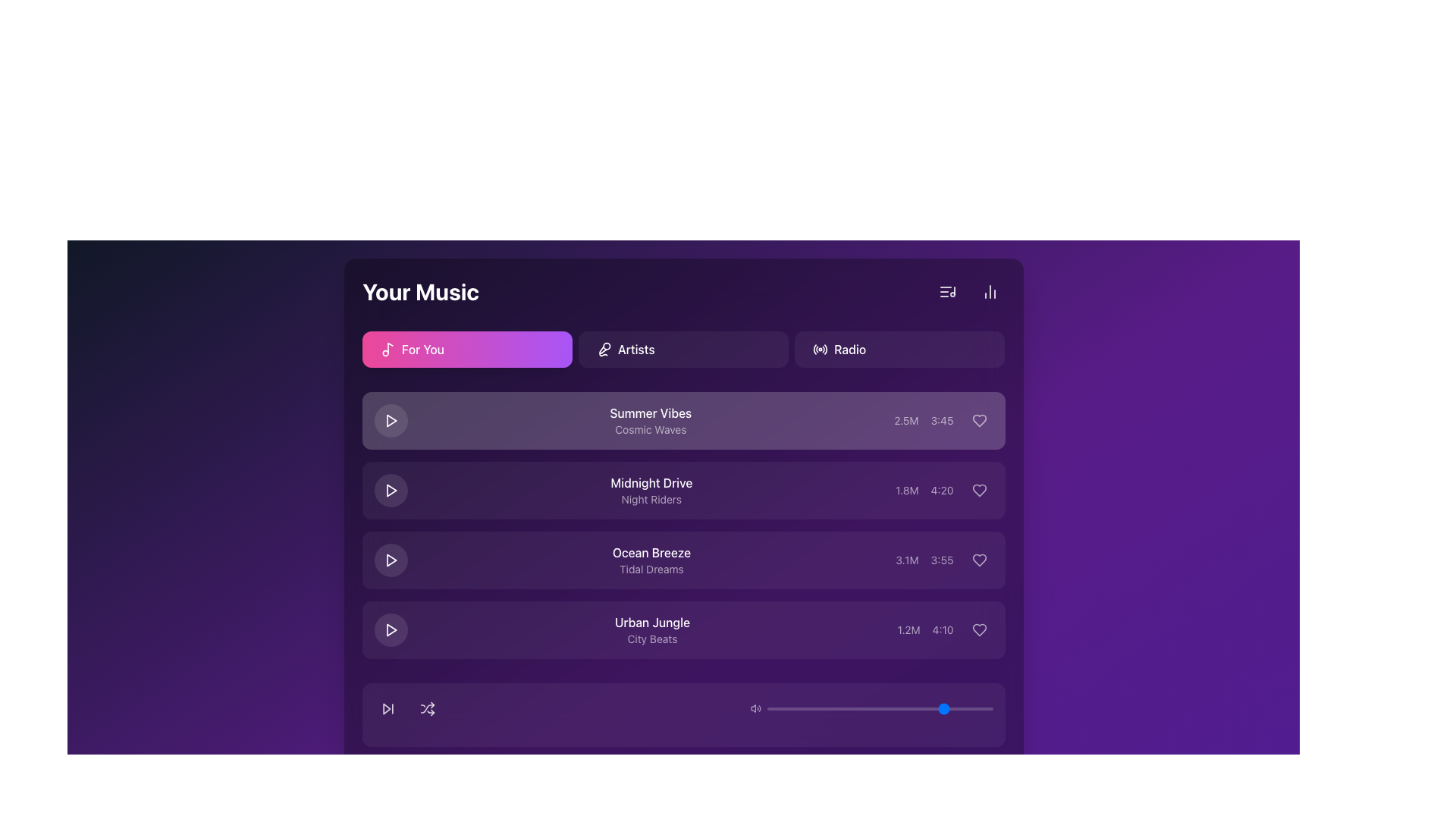 This screenshot has height=819, width=1456. I want to click on the third song entry, so click(682, 560).